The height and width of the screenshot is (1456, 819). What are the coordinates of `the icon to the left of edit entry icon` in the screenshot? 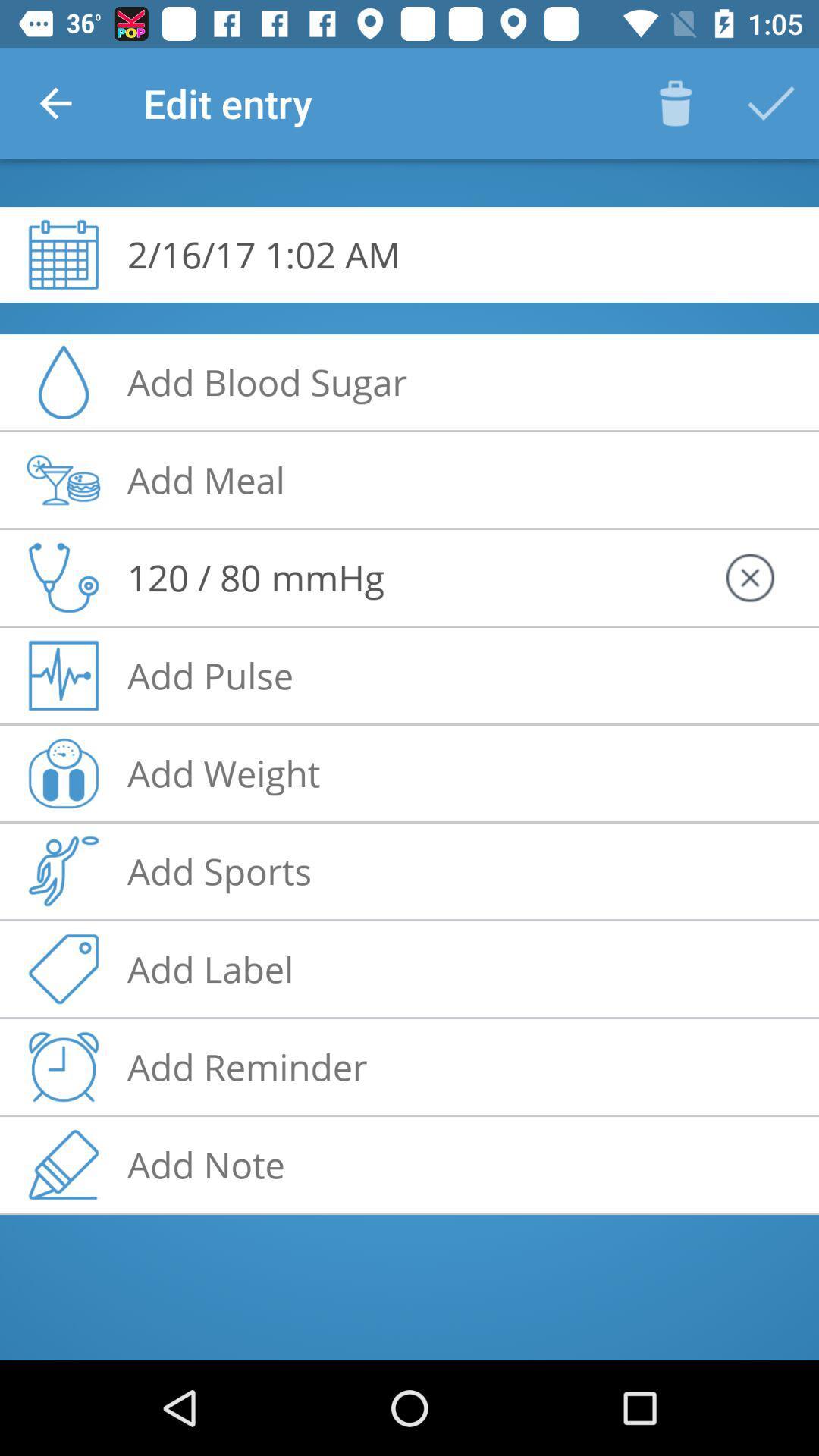 It's located at (55, 102).